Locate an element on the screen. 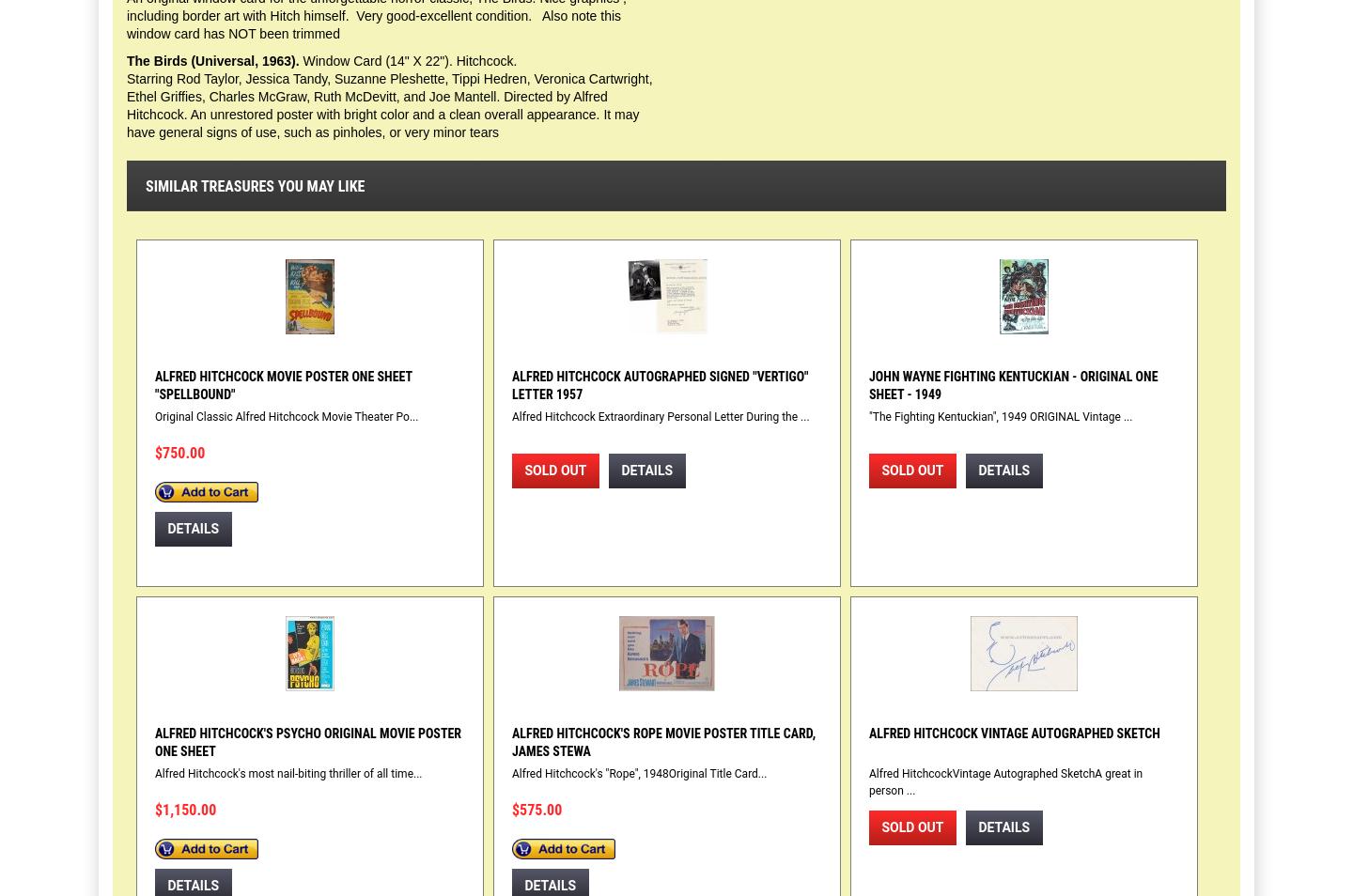 The image size is (1353, 896). 'Alfred HitchcockVintage Autographed SketchA great in person ...' is located at coordinates (869, 782).